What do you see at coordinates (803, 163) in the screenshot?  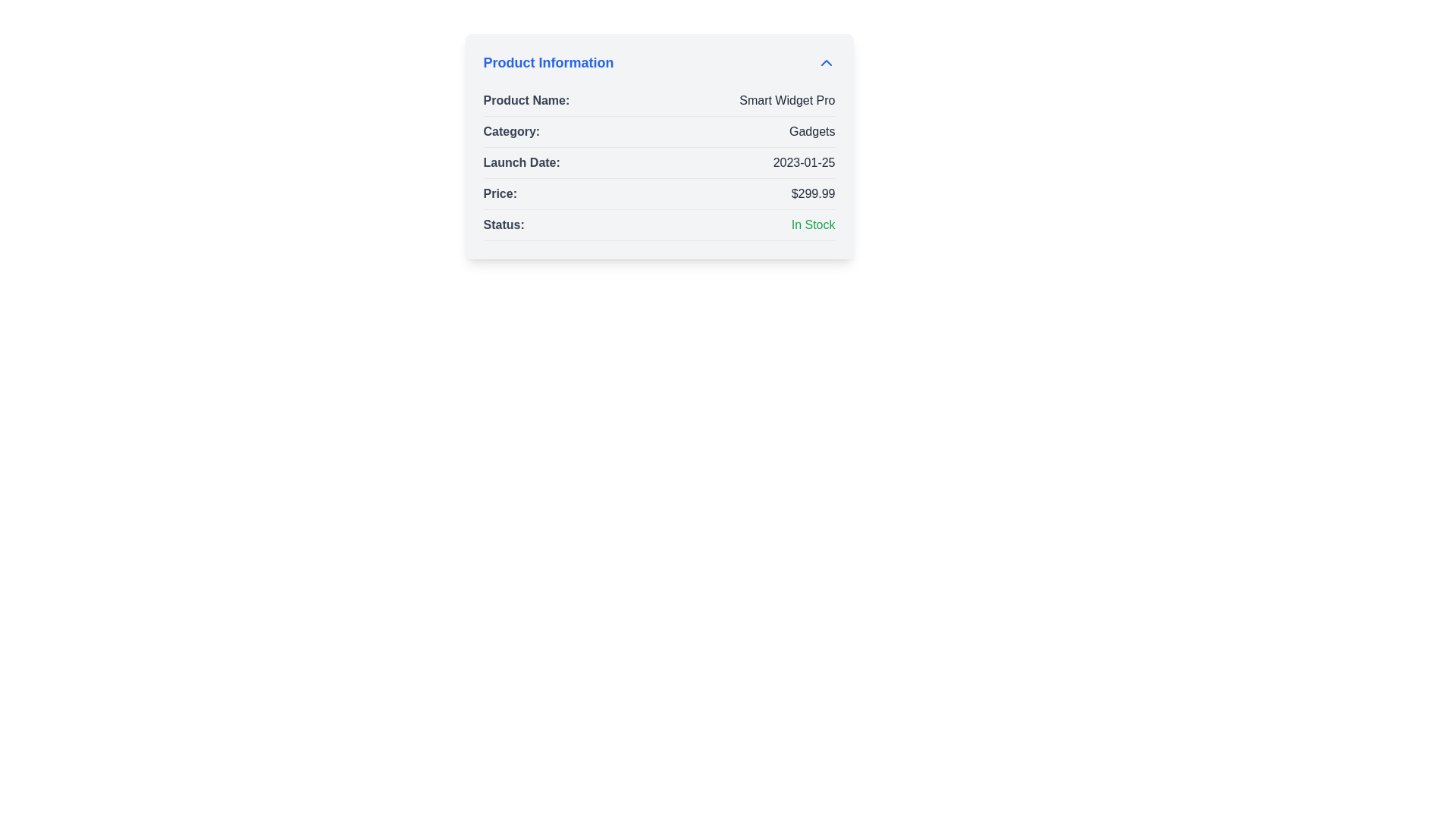 I see `the Text display element that presents the launch date, located under the label 'Launch Date:' in a tabular layout` at bounding box center [803, 163].